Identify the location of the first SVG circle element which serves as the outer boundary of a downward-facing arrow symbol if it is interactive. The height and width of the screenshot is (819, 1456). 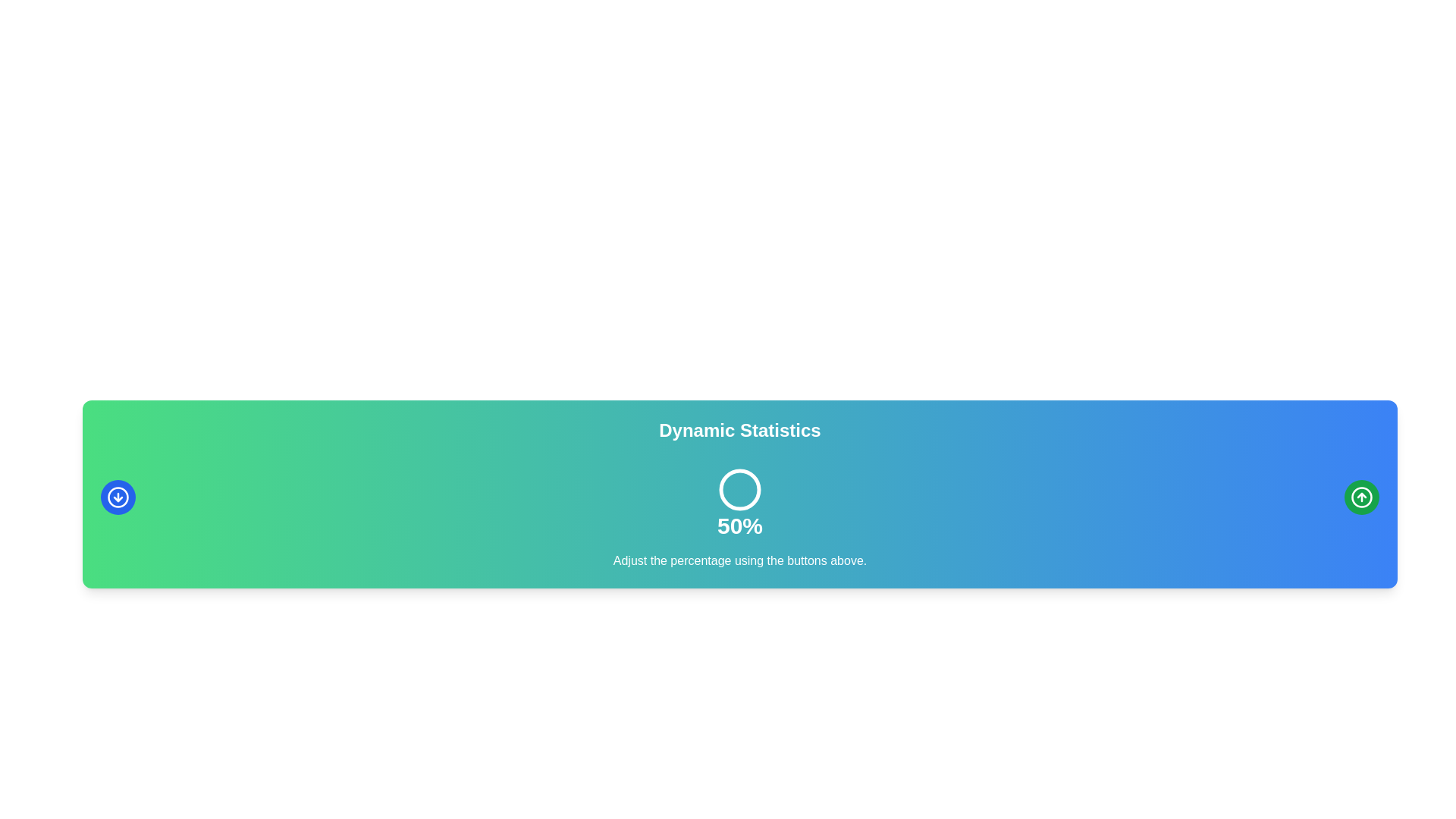
(118, 497).